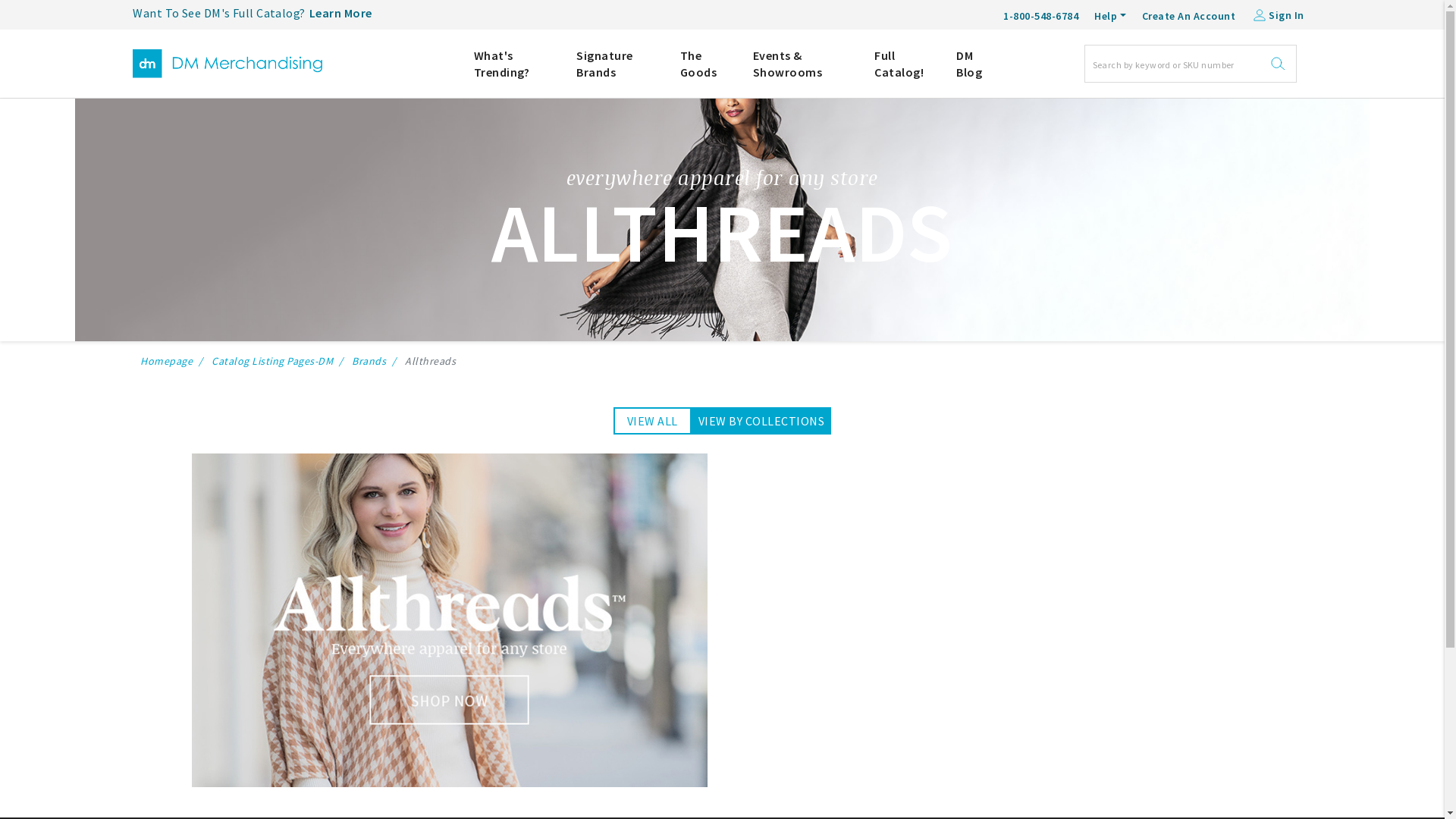 The height and width of the screenshot is (819, 1456). What do you see at coordinates (340, 13) in the screenshot?
I see `'Learn More'` at bounding box center [340, 13].